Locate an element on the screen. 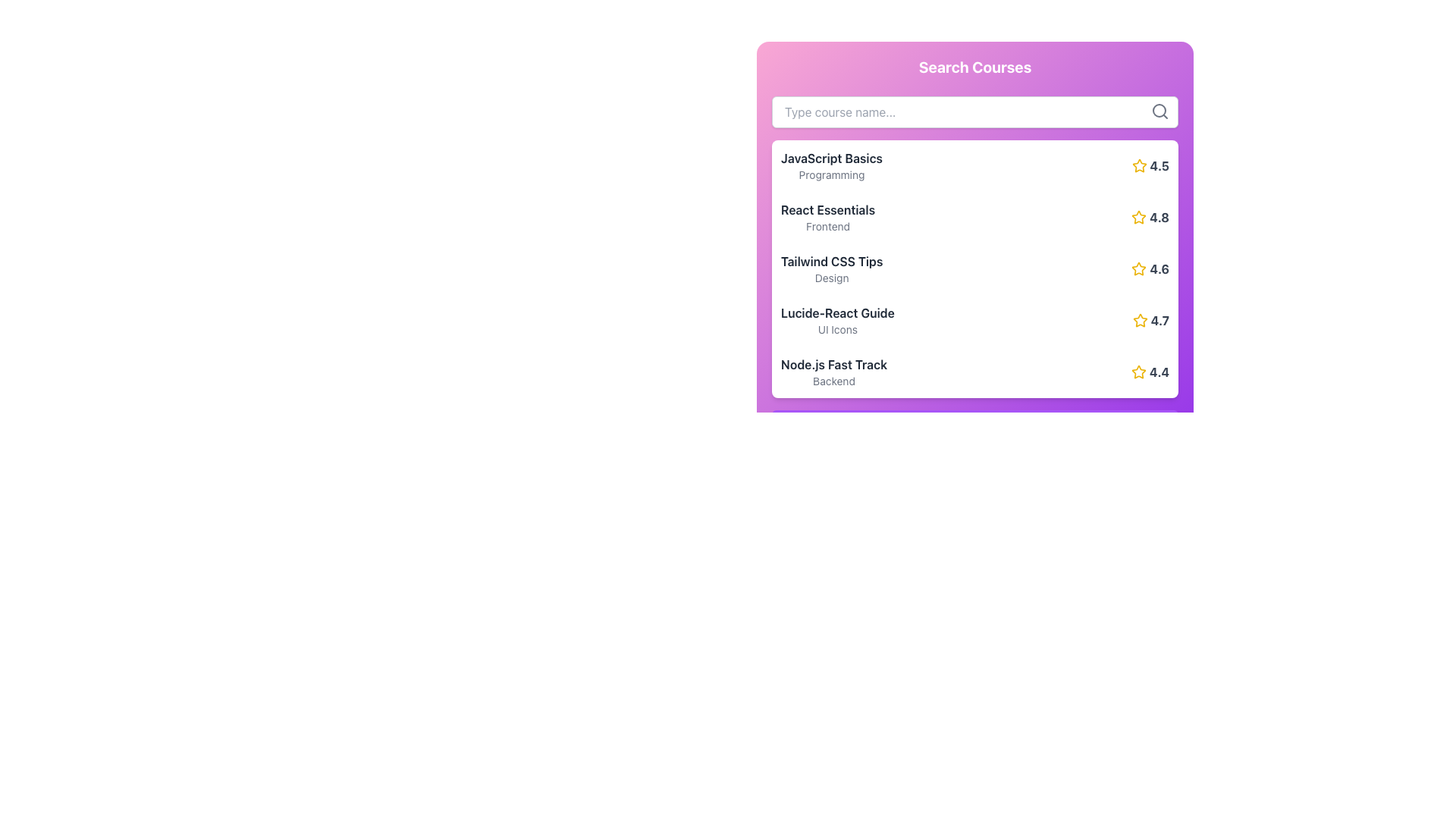 This screenshot has height=819, width=1456. text label located immediately below the 'Node.js Fast Track' title in the course list is located at coordinates (833, 380).